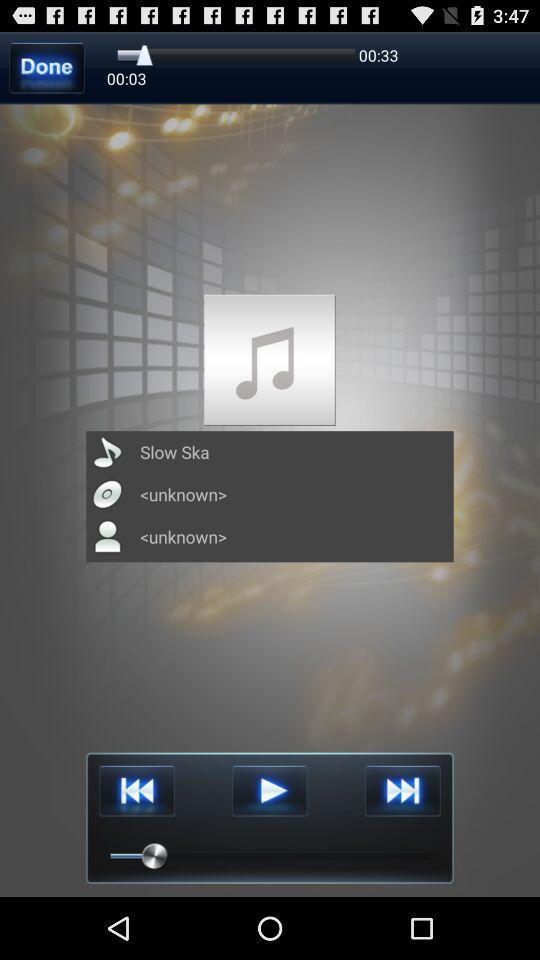 Image resolution: width=540 pixels, height=960 pixels. What do you see at coordinates (136, 791) in the screenshot?
I see `previous` at bounding box center [136, 791].